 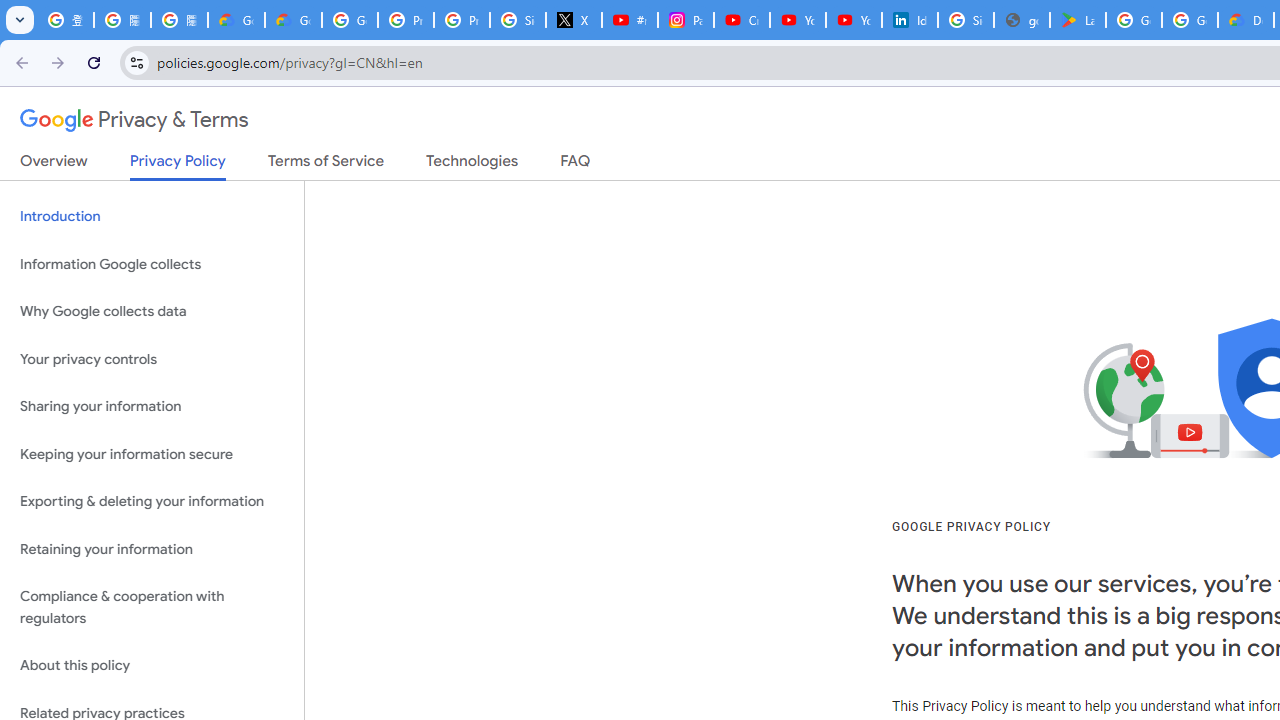 I want to click on 'Last Shelter: Survival - Apps on Google Play', so click(x=1076, y=20).